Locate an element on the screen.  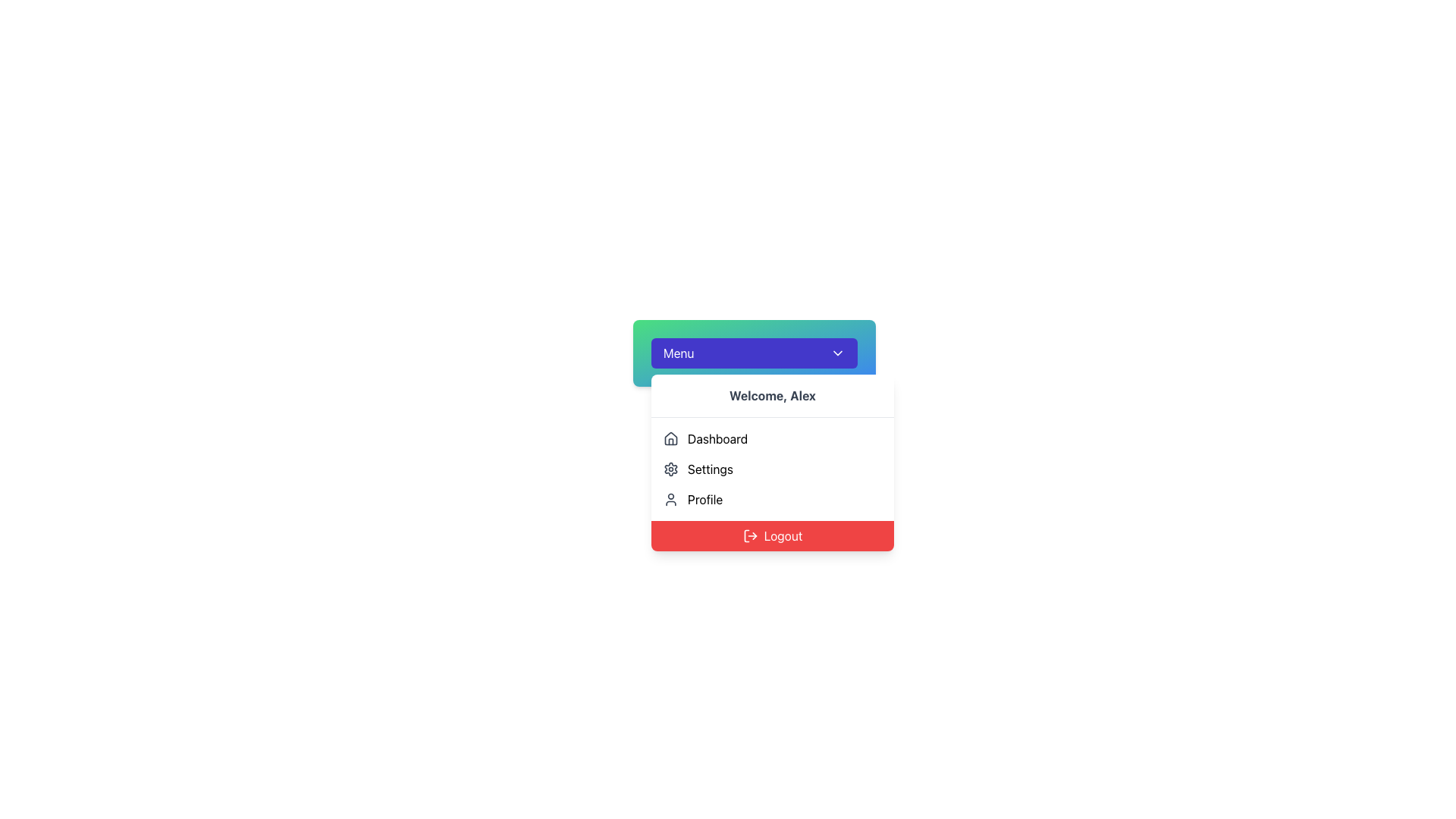
the house icon, which features a triangular roof and rectangular base, located next to the 'Dashboard' text in the menu structure is located at coordinates (670, 438).